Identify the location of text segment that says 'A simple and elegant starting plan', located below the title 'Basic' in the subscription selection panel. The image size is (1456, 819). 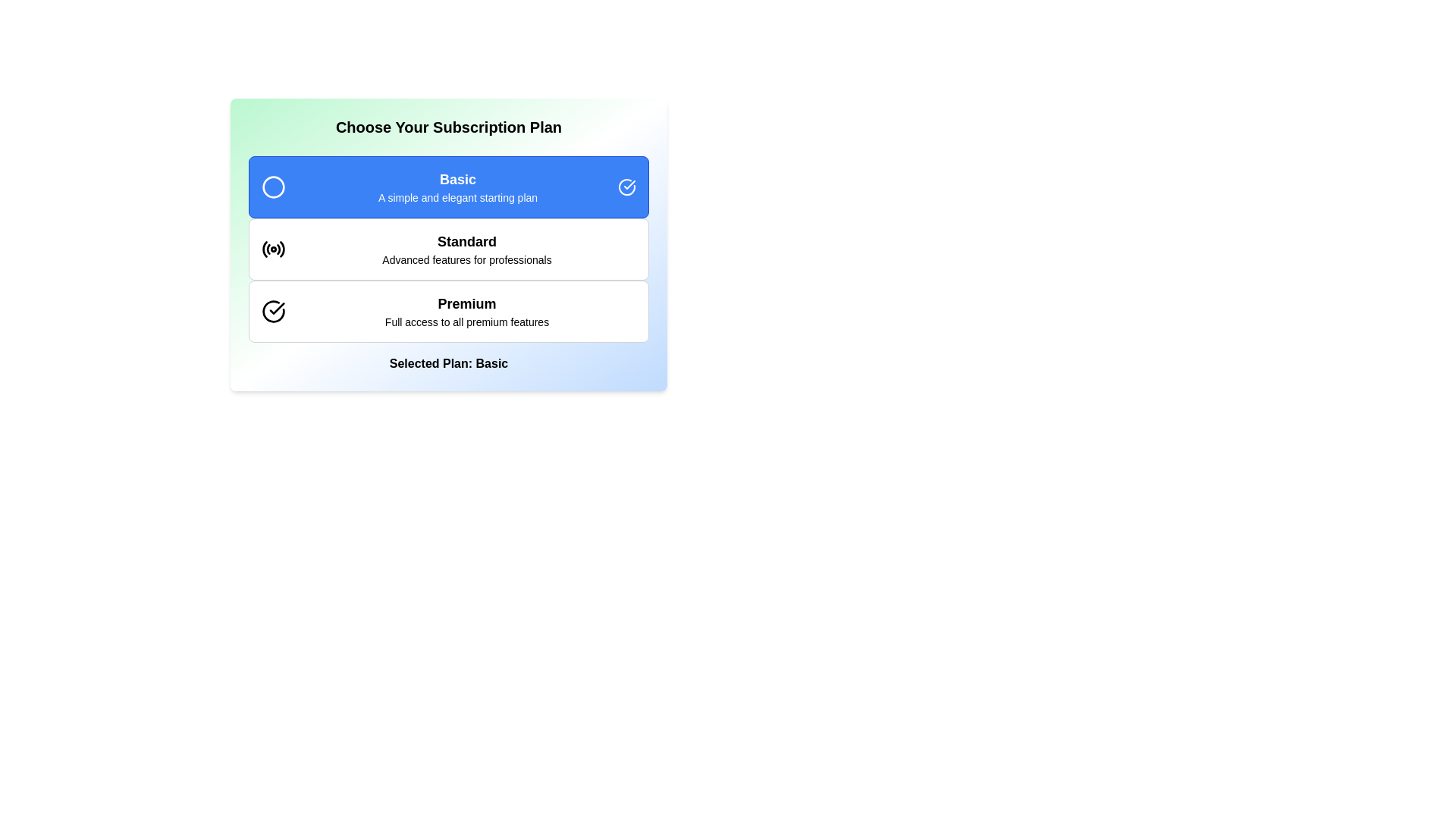
(457, 197).